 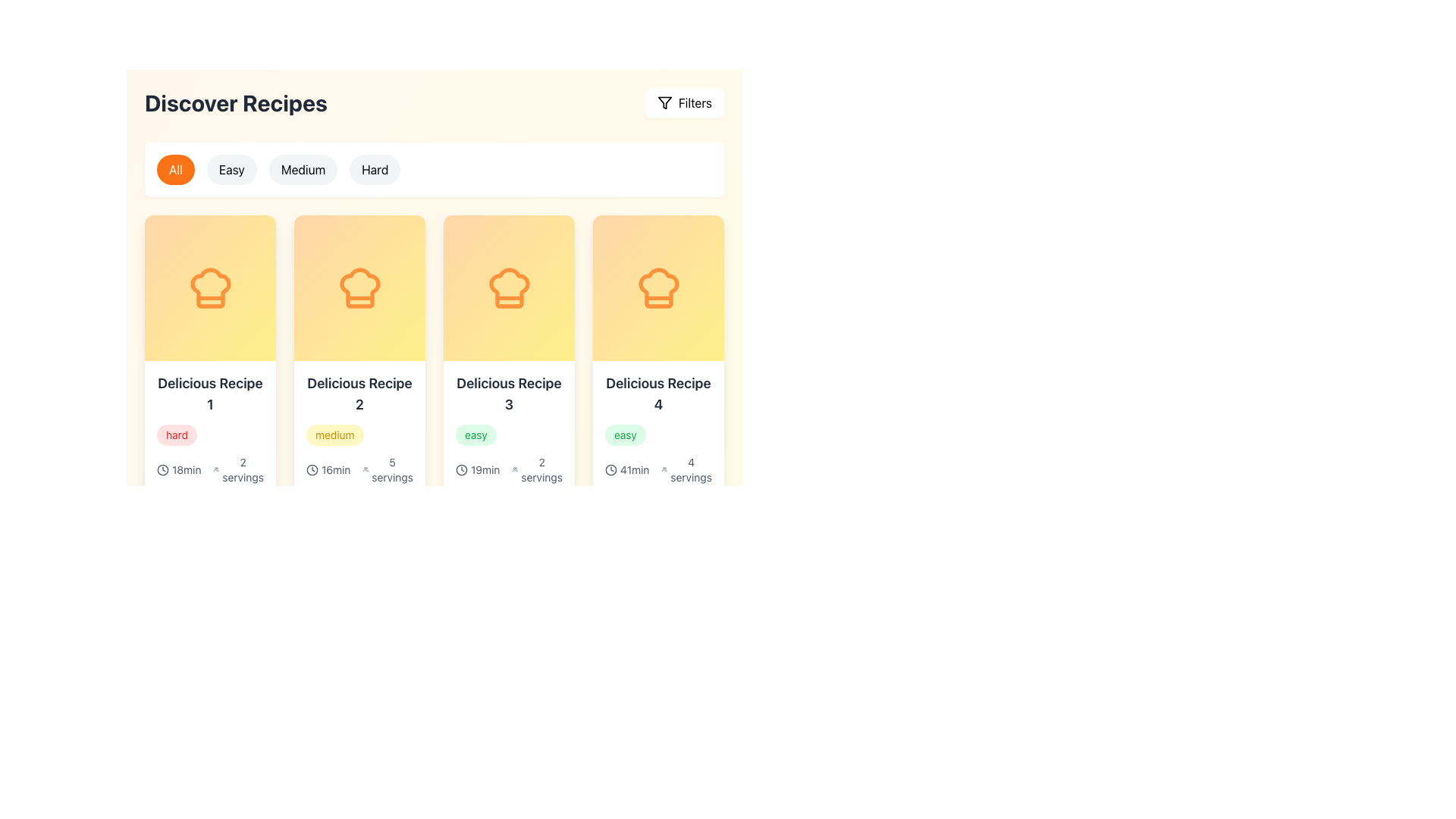 I want to click on the 'All' filter button located under the 'Discover Recipes' heading to make it active, so click(x=433, y=169).